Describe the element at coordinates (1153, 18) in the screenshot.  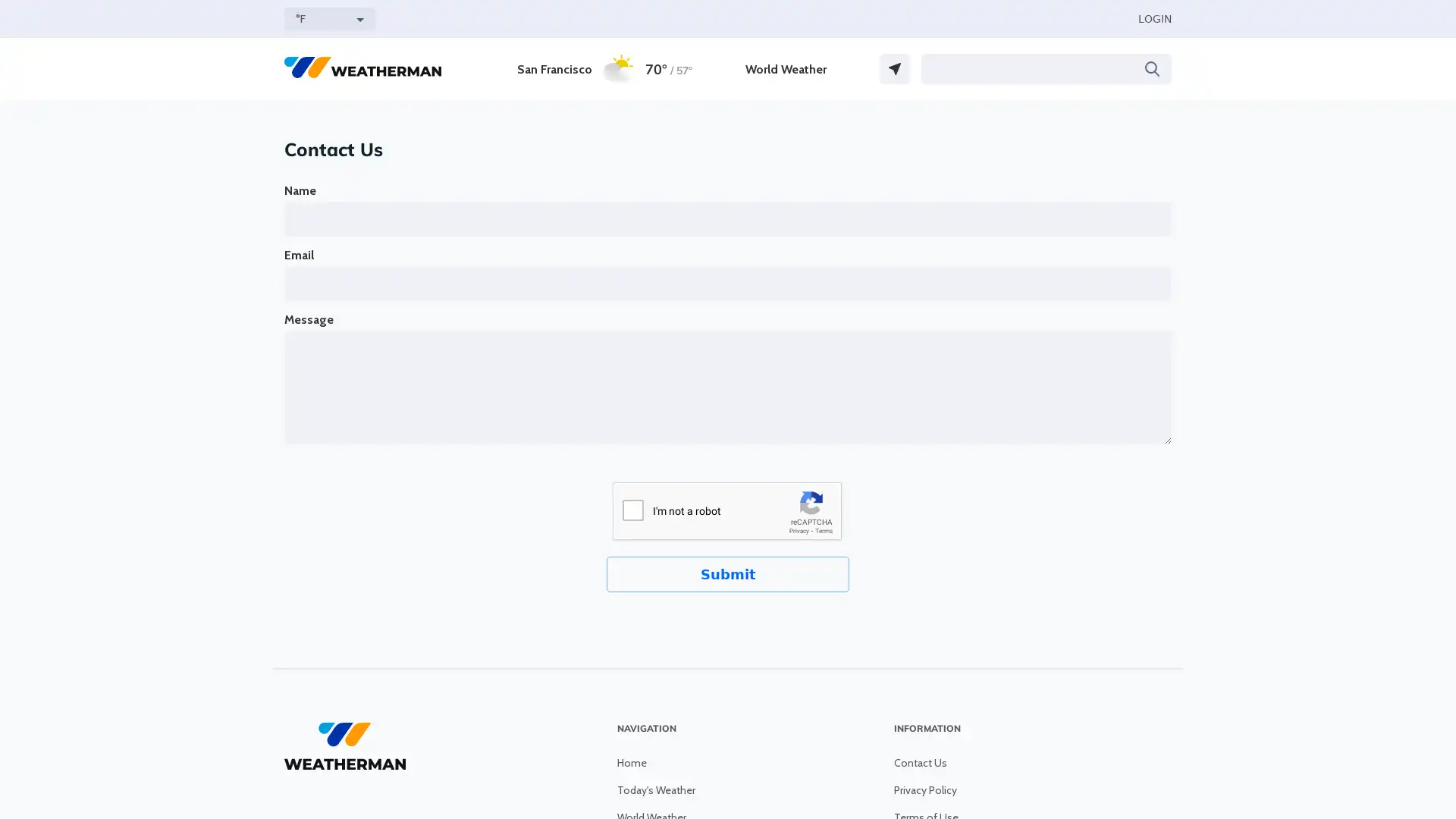
I see `LOGIN` at that location.